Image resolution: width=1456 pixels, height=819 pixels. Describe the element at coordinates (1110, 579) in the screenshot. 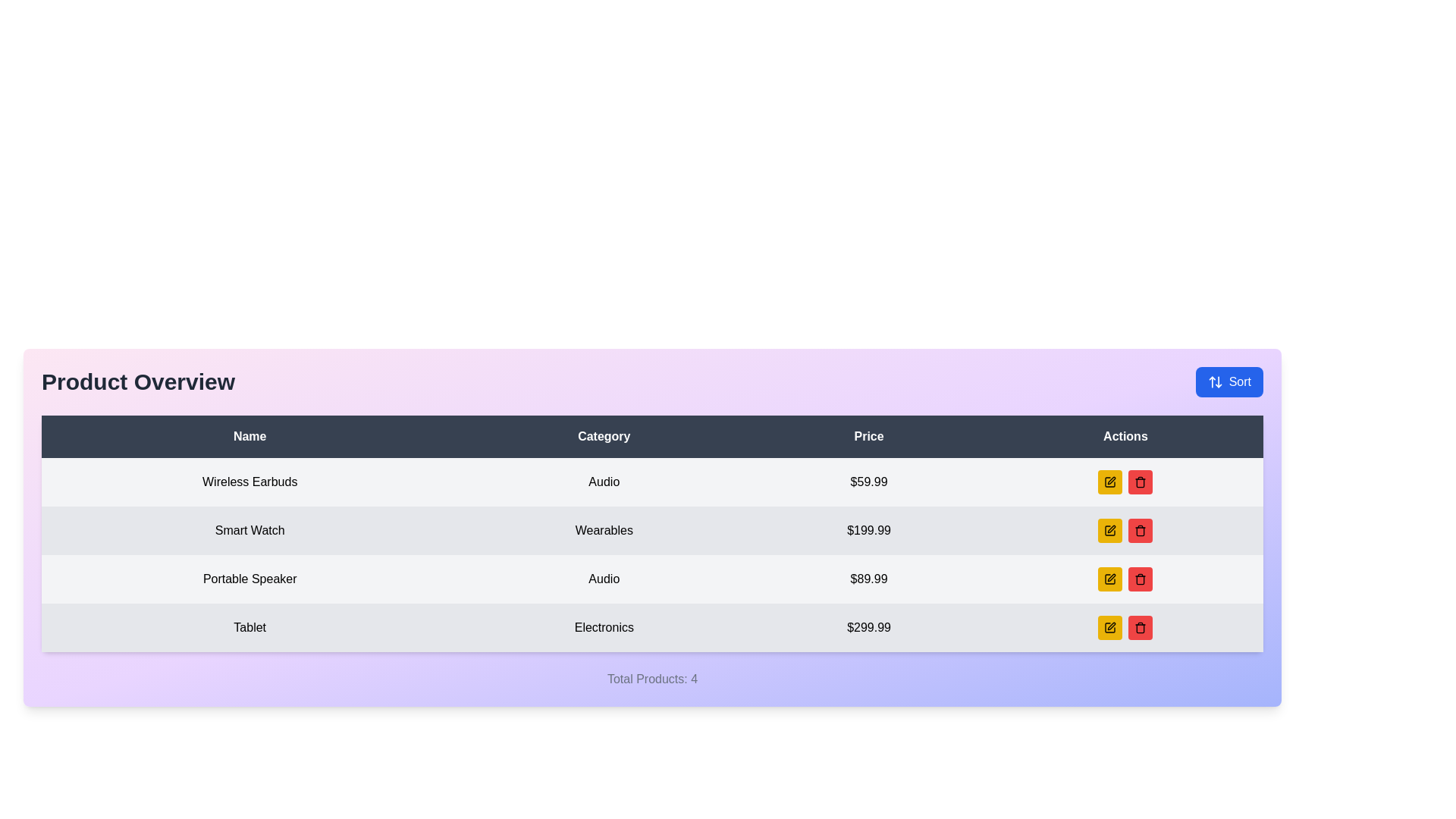

I see `the yellow rounded square button with a black pen icon to initiate an edit action in the 'Actions' column for 'Portable Speaker'` at that location.